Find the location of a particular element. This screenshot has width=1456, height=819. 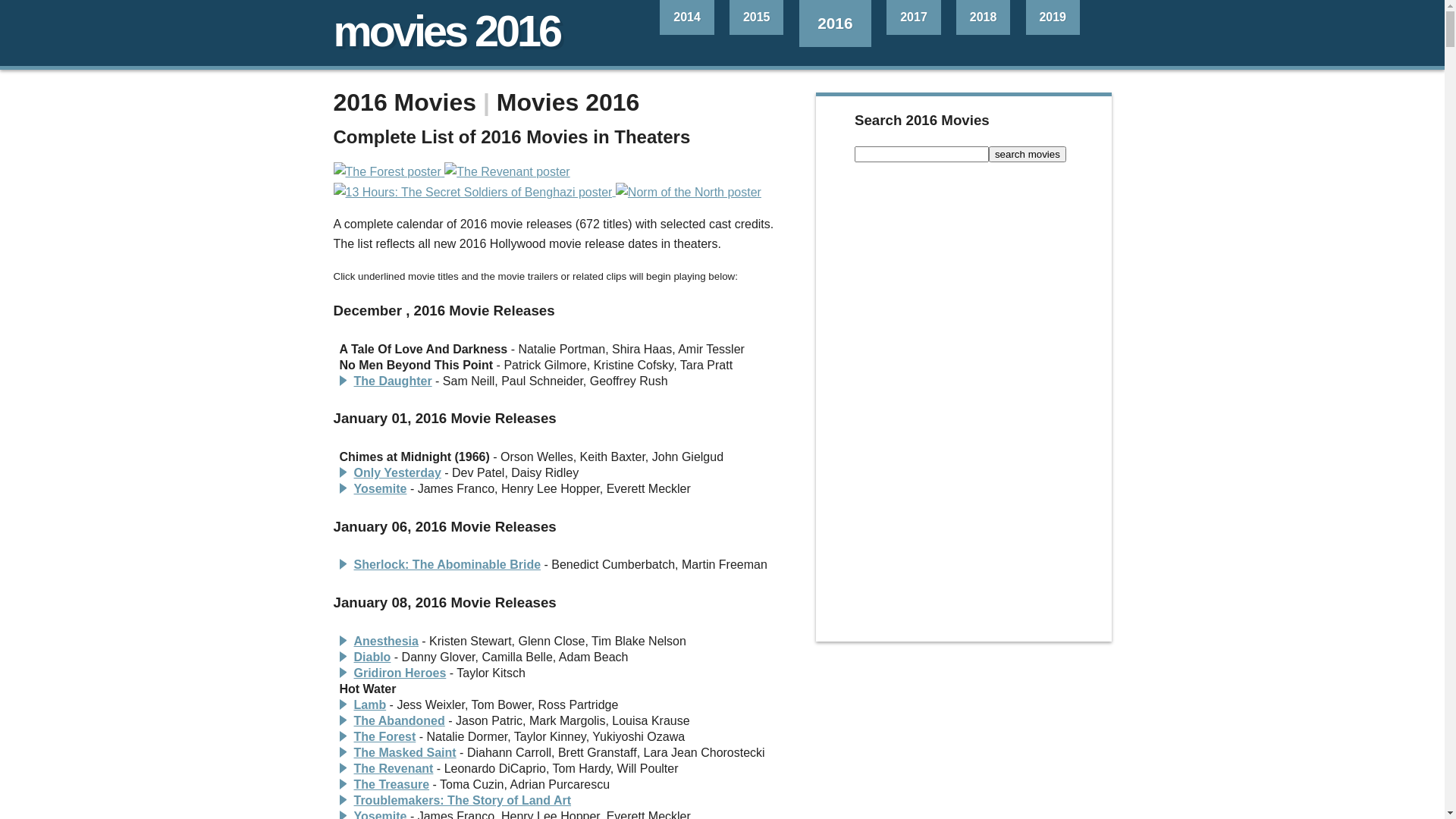

'2014' is located at coordinates (686, 17).